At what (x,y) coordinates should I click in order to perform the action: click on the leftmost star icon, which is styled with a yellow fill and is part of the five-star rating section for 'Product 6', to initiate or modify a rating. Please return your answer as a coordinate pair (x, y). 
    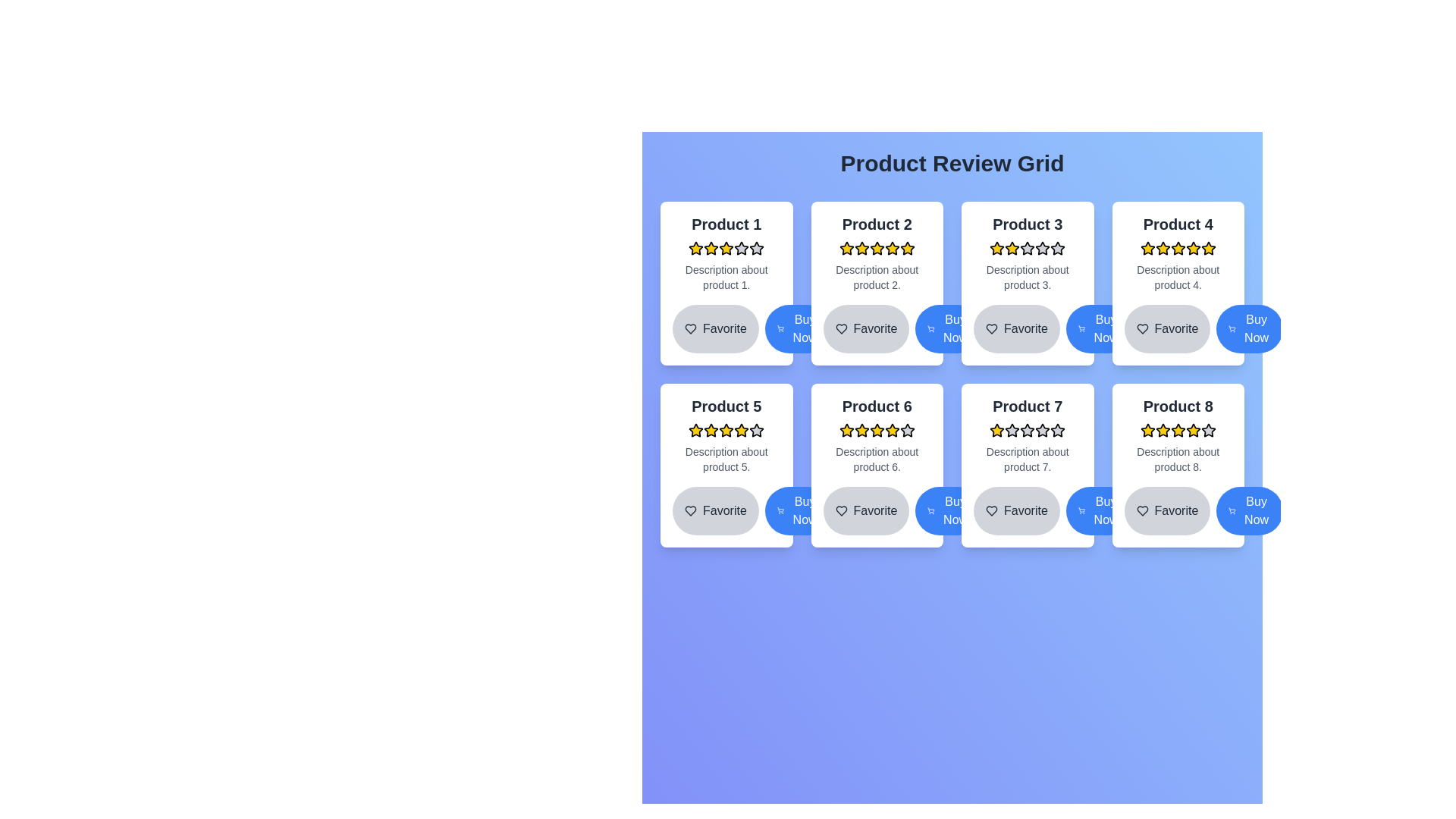
    Looking at the image, I should click on (846, 430).